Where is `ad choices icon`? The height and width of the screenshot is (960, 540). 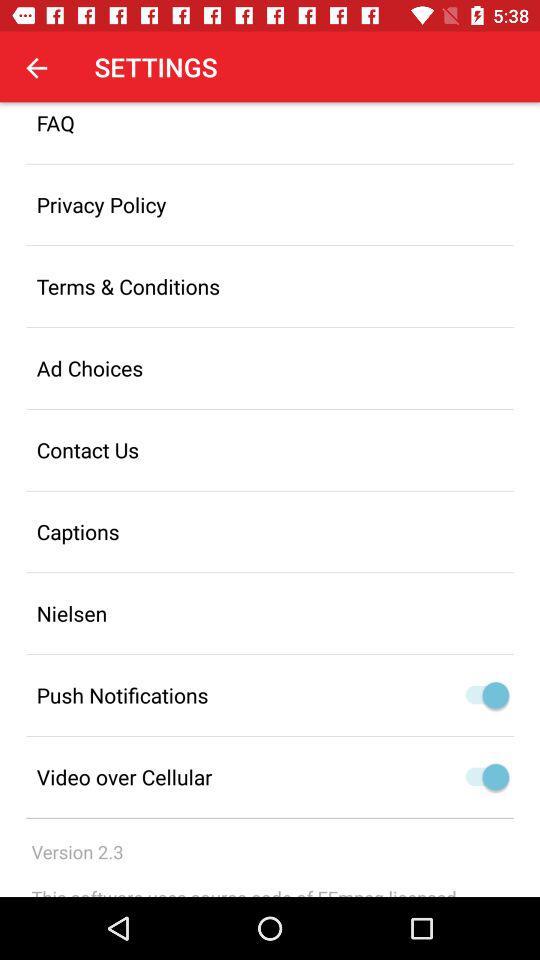
ad choices icon is located at coordinates (270, 367).